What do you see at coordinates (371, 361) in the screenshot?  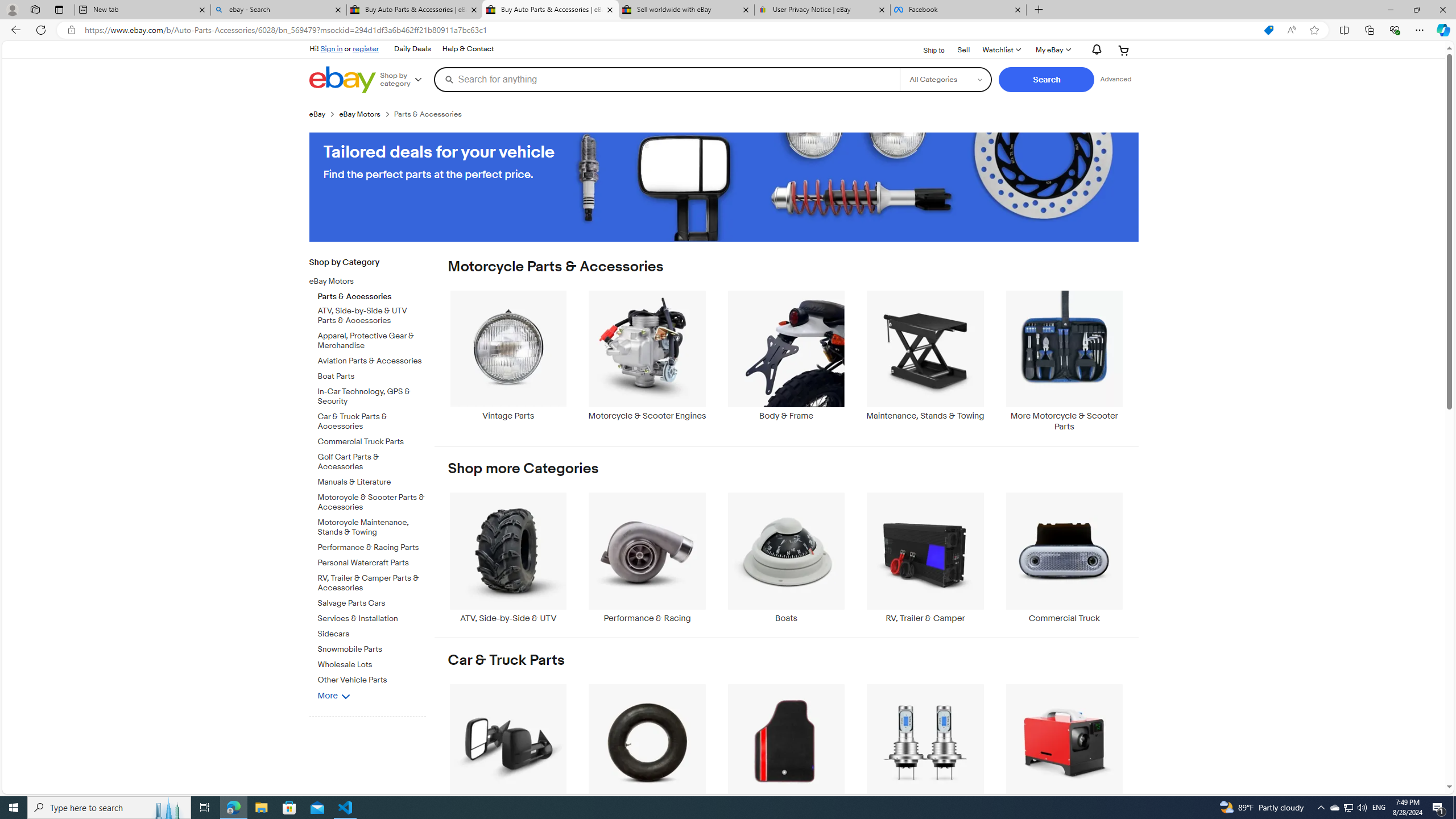 I see `'Aviation Parts & Accessories'` at bounding box center [371, 361].